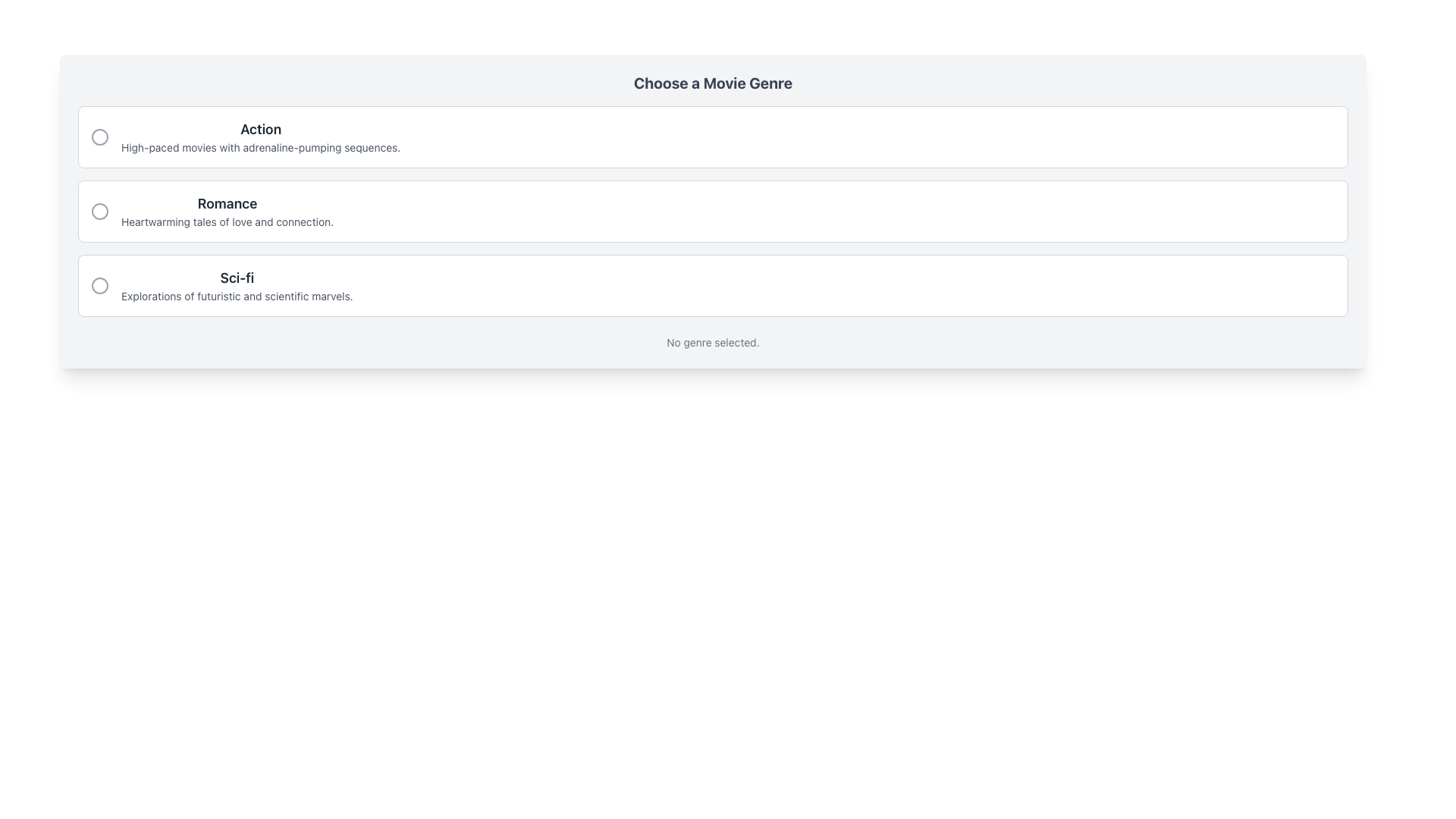 The width and height of the screenshot is (1456, 819). Describe the element at coordinates (99, 286) in the screenshot. I see `the circular icon that indicates the selection for the 'Sci-fi' genre option` at that location.